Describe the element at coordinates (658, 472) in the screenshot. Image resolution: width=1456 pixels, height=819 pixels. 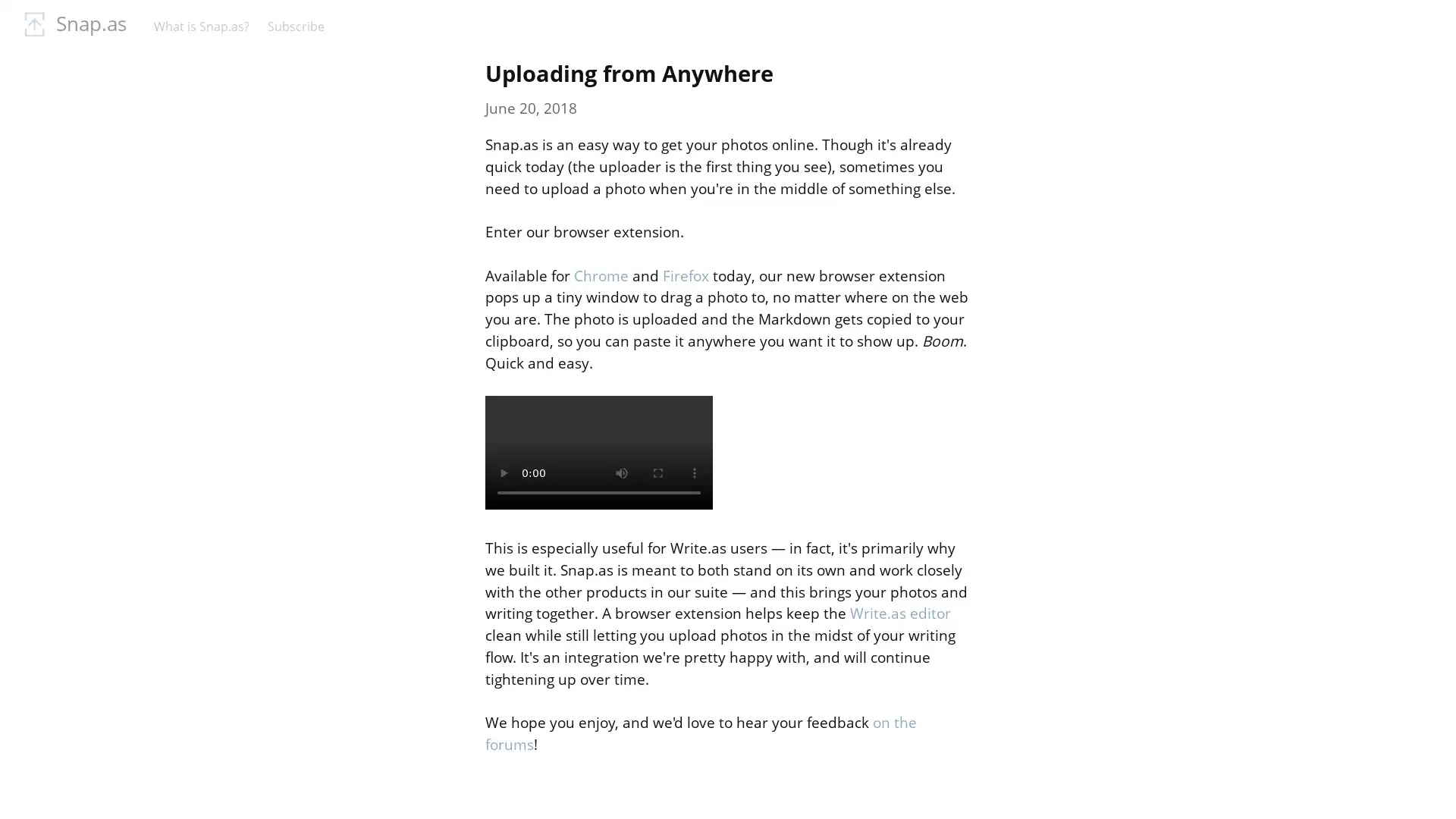
I see `enter full screen` at that location.